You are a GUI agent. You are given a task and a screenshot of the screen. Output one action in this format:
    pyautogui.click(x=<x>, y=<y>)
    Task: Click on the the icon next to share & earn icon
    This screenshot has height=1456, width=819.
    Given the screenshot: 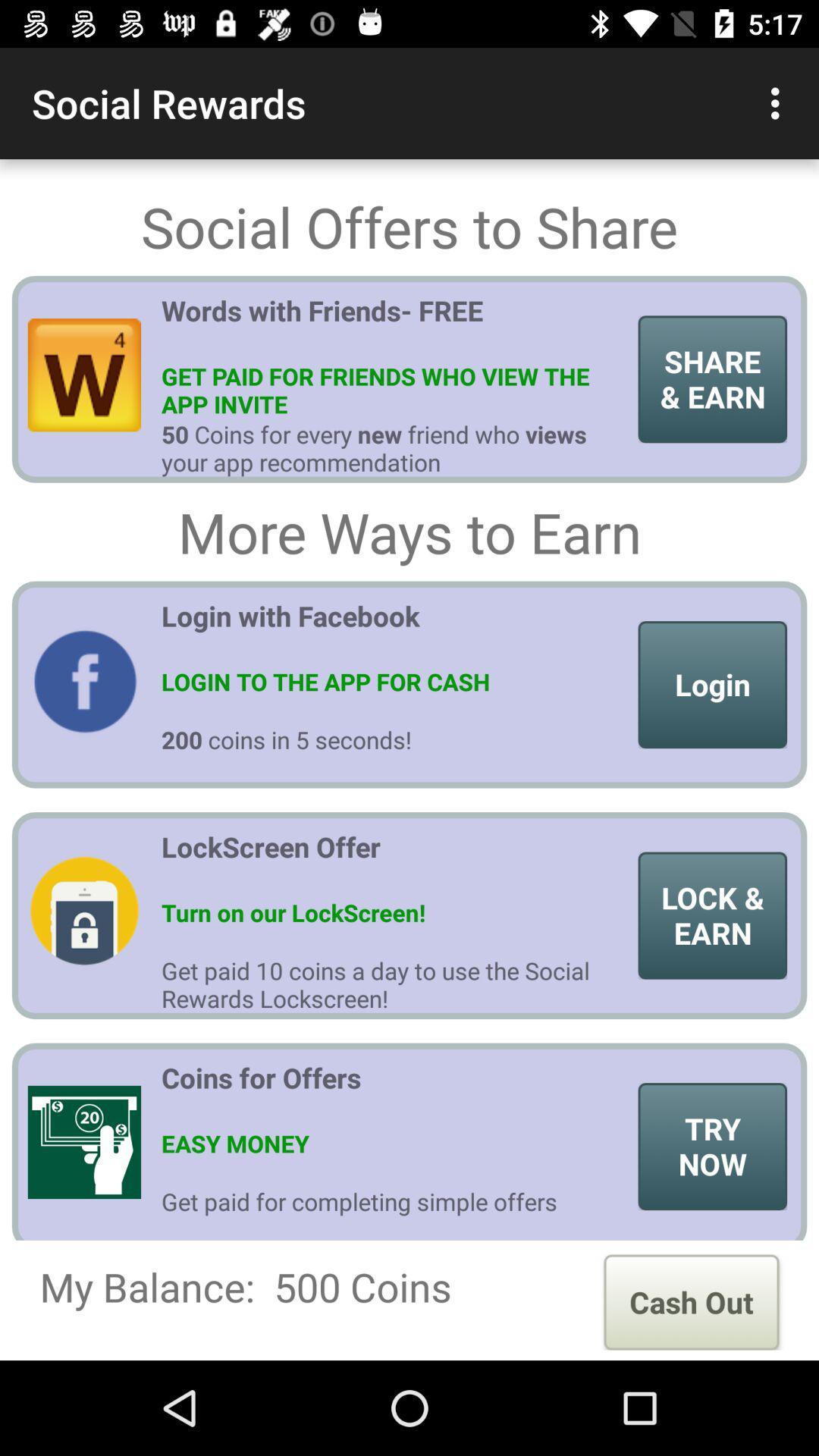 What is the action you would take?
    pyautogui.click(x=394, y=324)
    